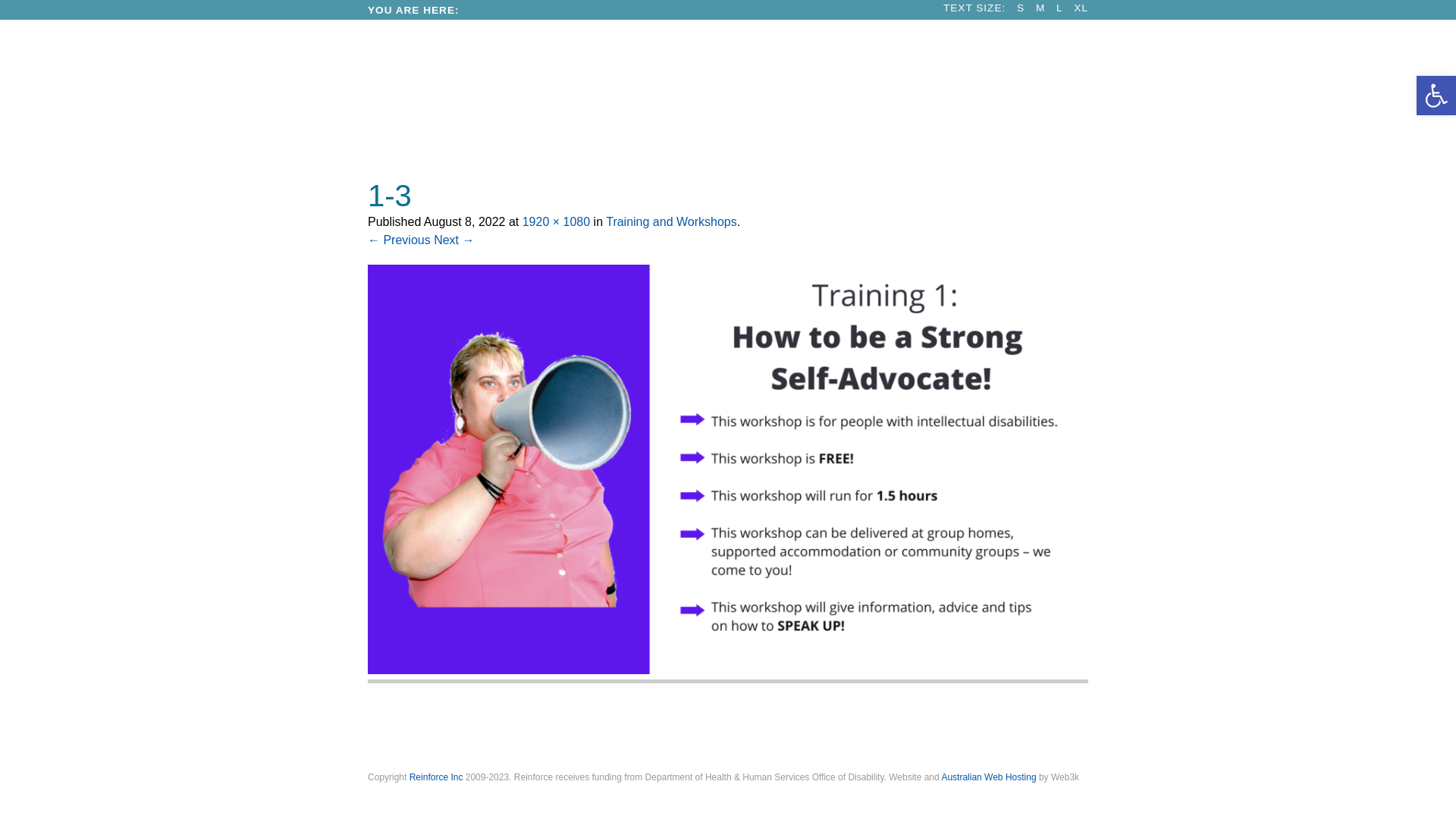 The image size is (1456, 819). What do you see at coordinates (1080, 8) in the screenshot?
I see `'XL'` at bounding box center [1080, 8].